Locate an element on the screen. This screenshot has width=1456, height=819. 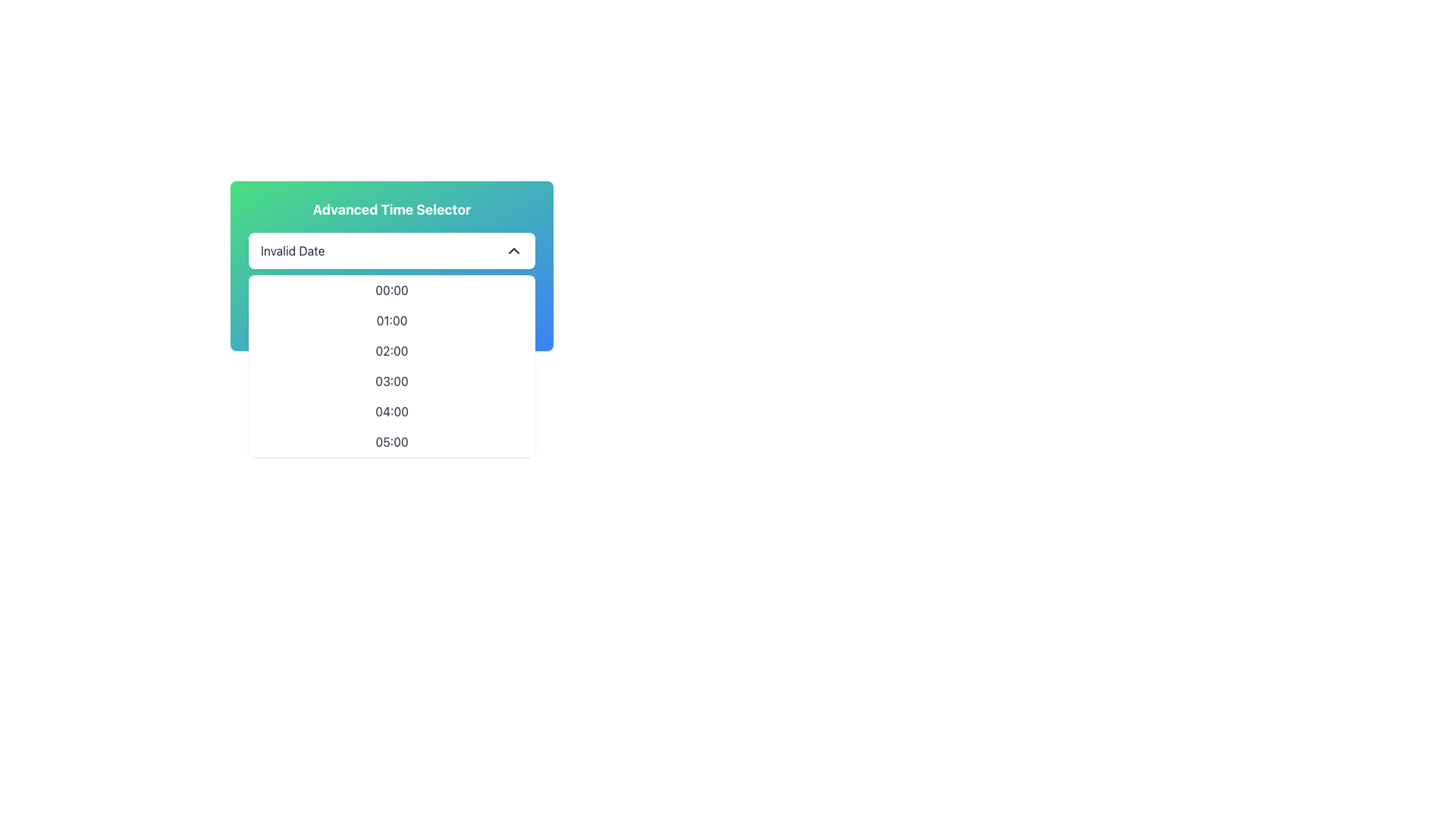
the static text label that reads 'Quick Select:', which serves as a descriptor for selectable time options is located at coordinates (392, 289).